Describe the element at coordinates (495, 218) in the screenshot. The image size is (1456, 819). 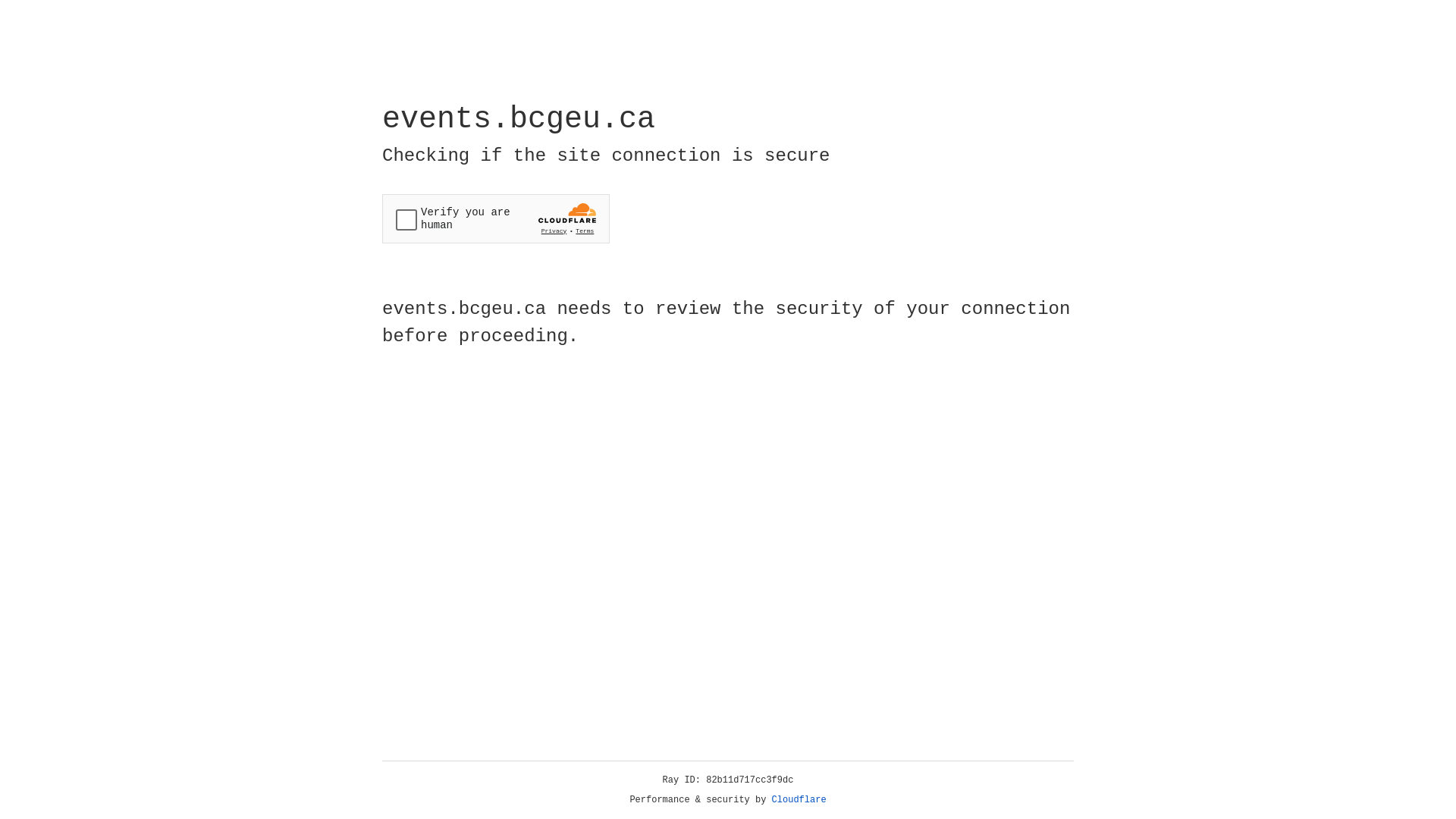
I see `'Widget containing a Cloudflare security challenge'` at that location.